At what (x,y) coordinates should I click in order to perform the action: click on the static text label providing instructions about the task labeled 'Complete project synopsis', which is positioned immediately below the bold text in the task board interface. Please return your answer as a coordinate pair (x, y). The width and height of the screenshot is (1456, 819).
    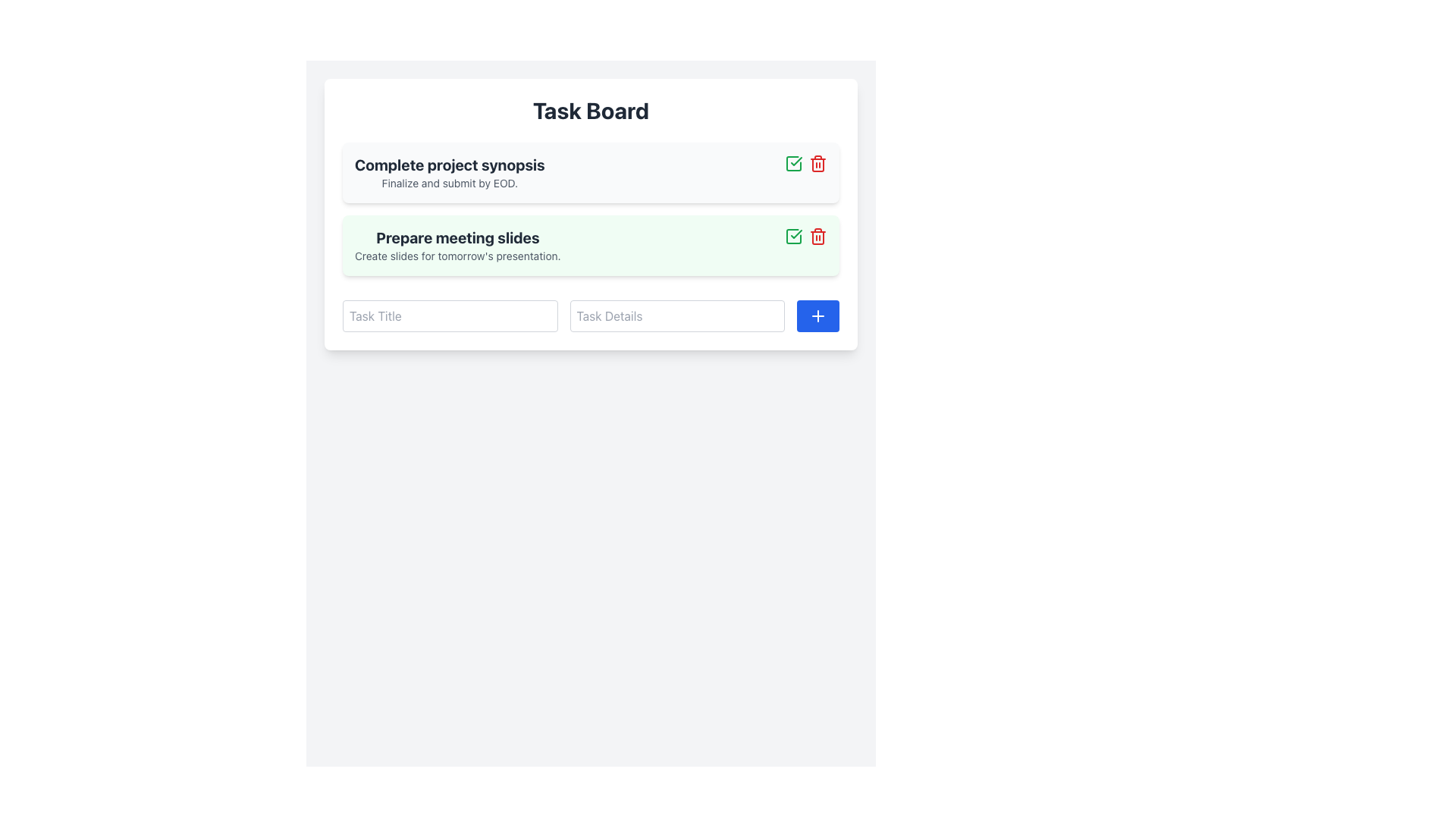
    Looking at the image, I should click on (449, 183).